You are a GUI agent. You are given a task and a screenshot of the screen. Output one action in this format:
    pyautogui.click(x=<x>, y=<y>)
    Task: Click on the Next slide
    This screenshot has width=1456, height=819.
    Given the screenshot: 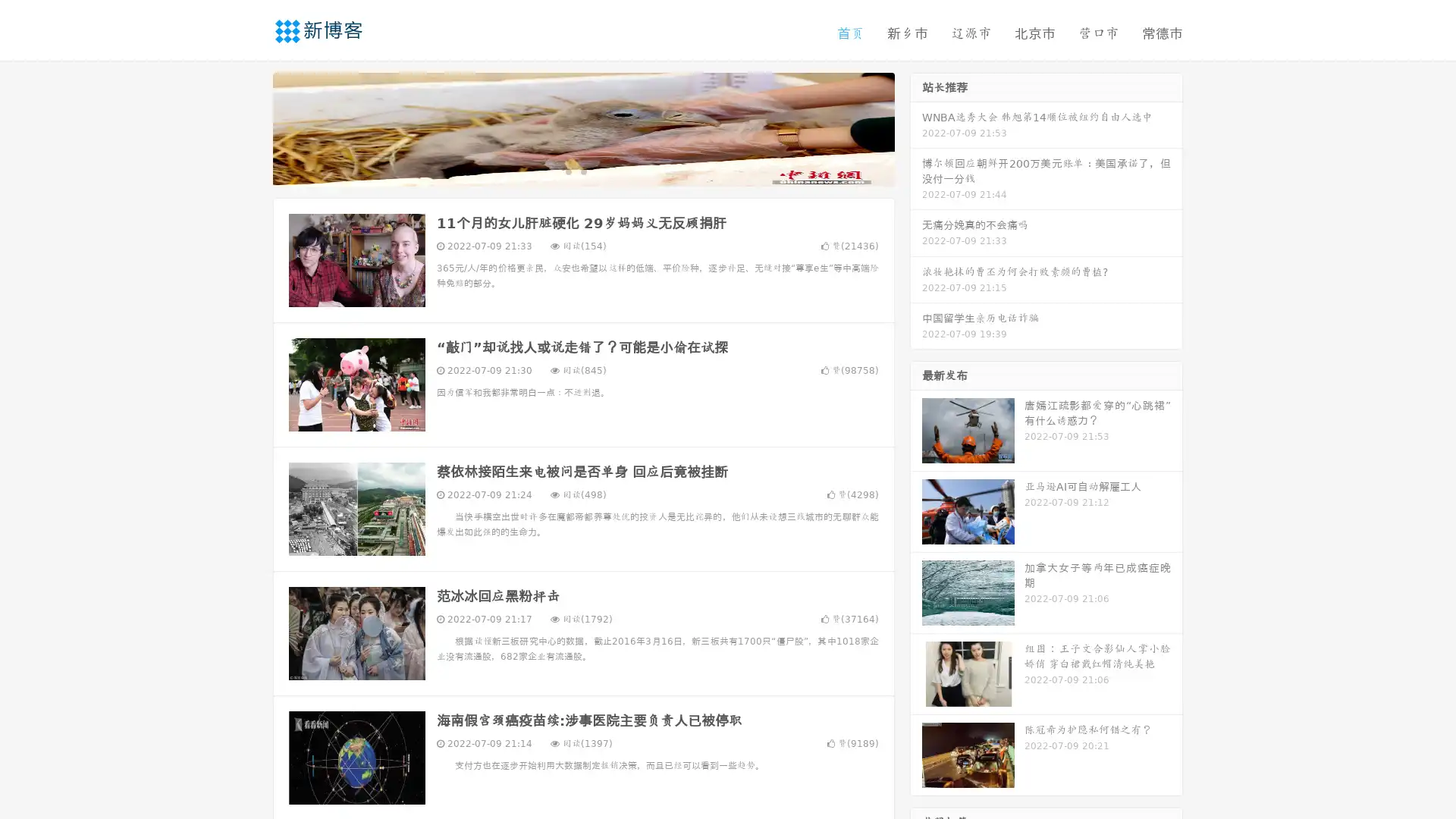 What is the action you would take?
    pyautogui.click(x=916, y=127)
    